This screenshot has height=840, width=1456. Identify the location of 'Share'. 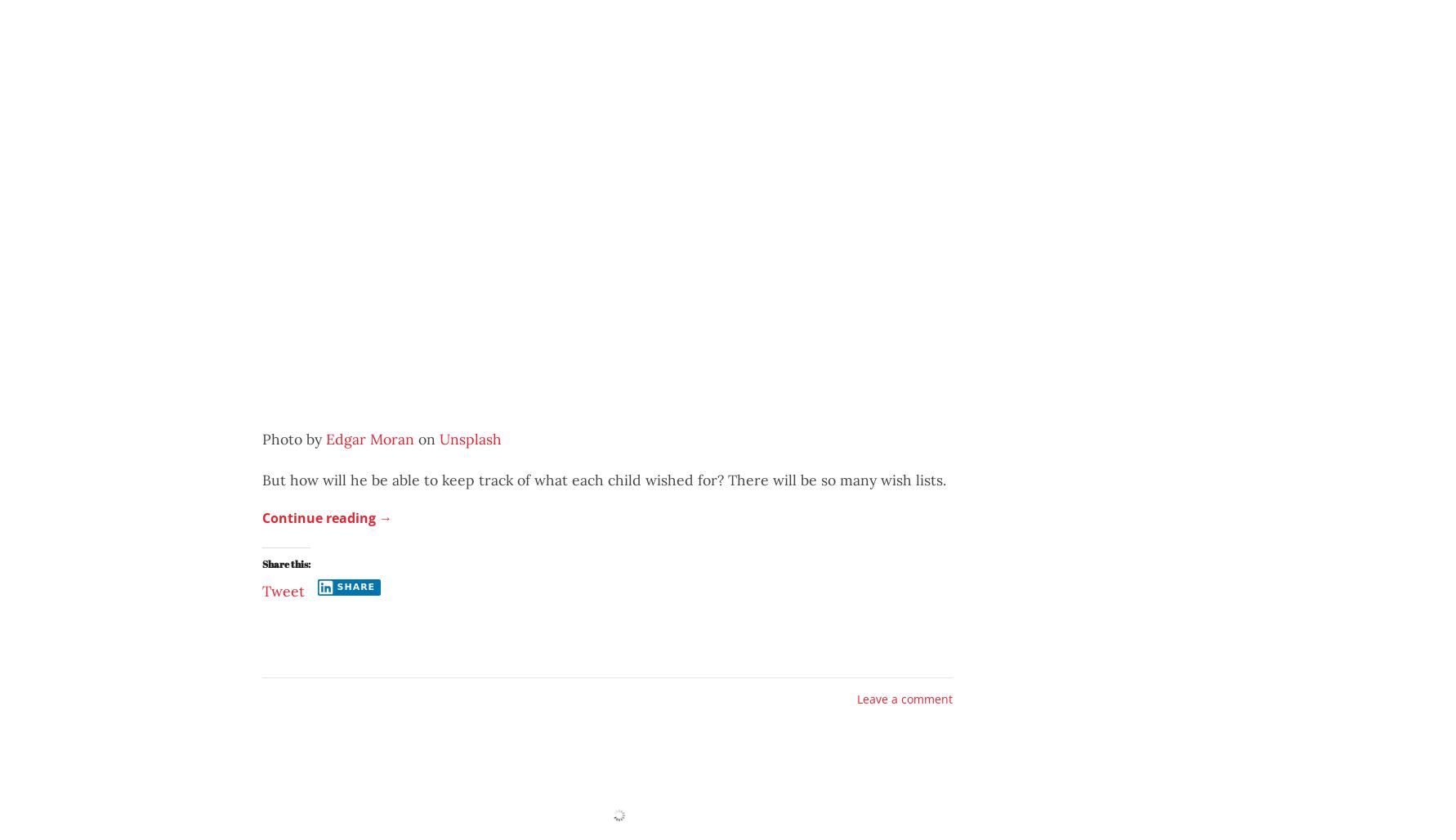
(355, 586).